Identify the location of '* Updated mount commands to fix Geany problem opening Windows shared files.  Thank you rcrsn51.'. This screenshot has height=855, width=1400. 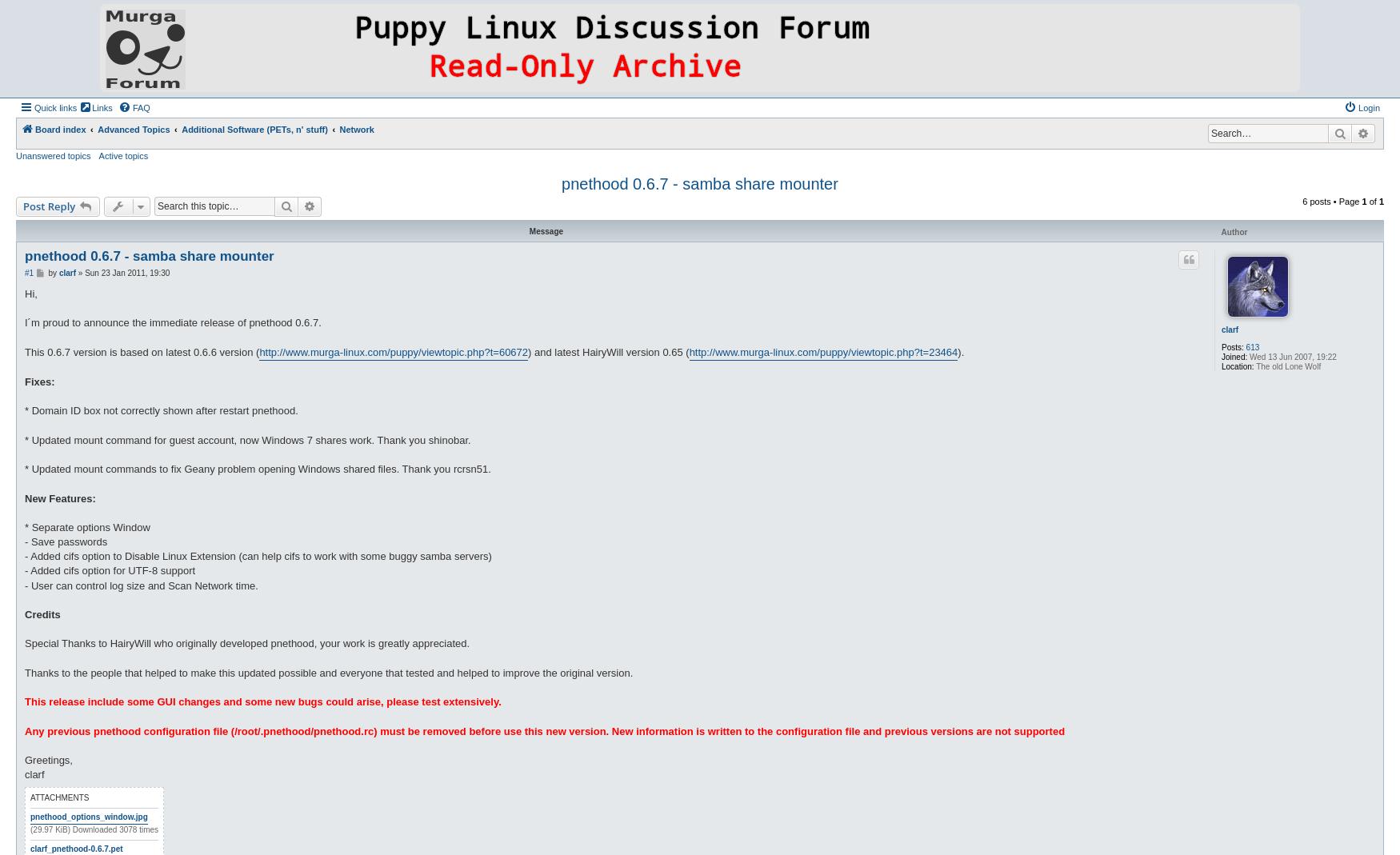
(258, 469).